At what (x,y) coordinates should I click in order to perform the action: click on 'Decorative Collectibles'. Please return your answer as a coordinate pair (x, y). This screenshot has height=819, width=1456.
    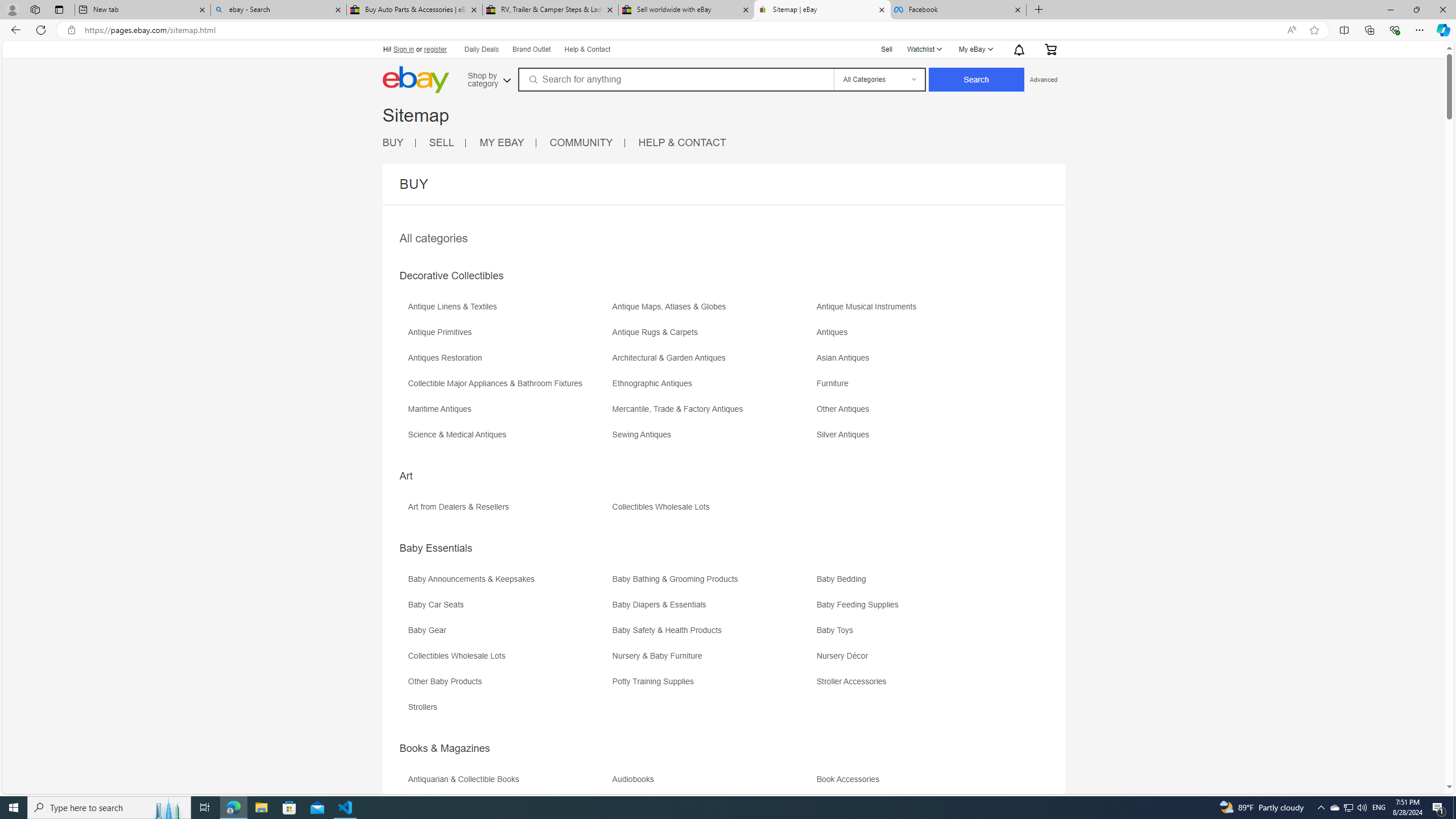
    Looking at the image, I should click on (450, 276).